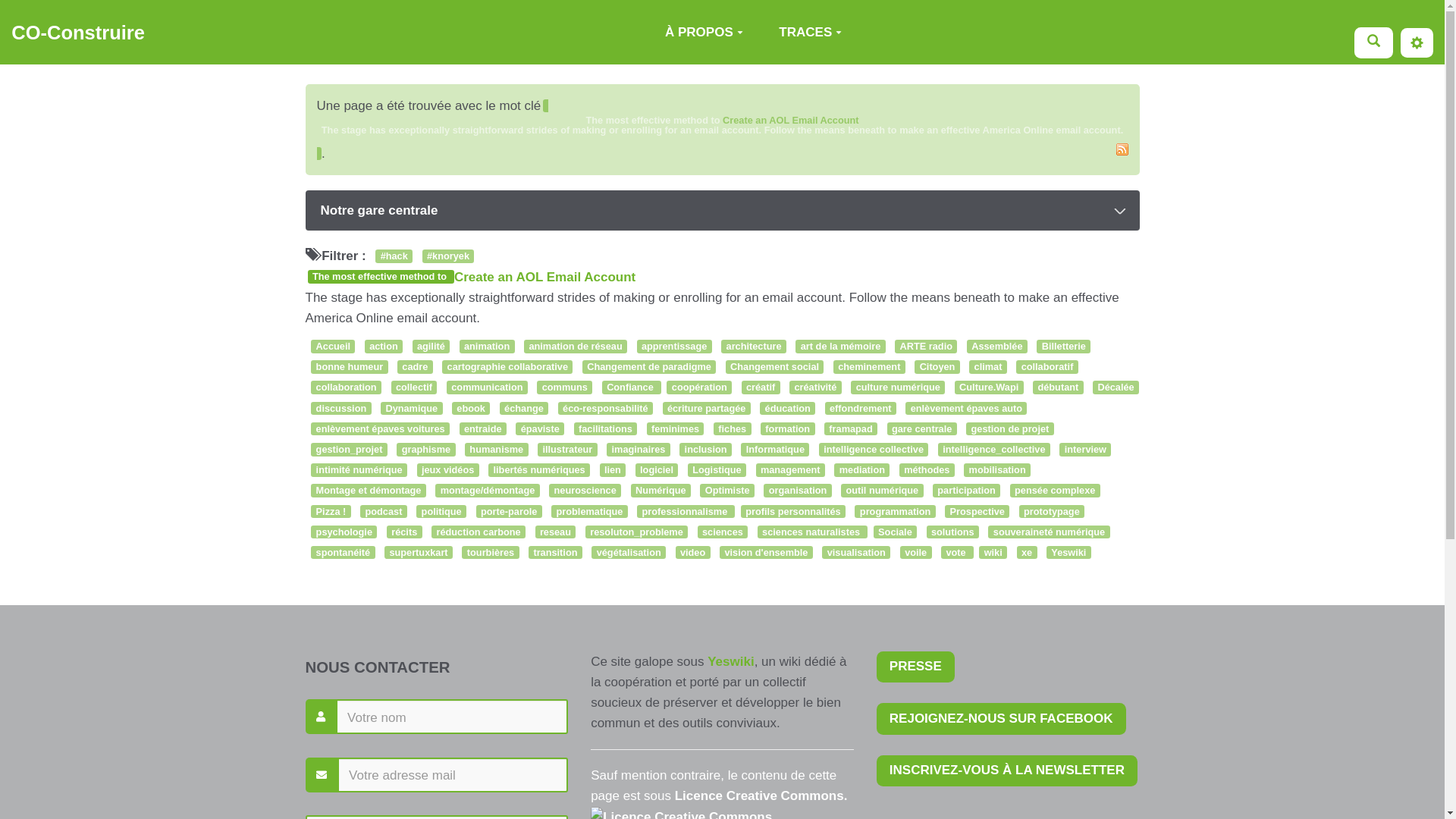 The height and width of the screenshot is (819, 1456). What do you see at coordinates (584, 491) in the screenshot?
I see `'neuroscience'` at bounding box center [584, 491].